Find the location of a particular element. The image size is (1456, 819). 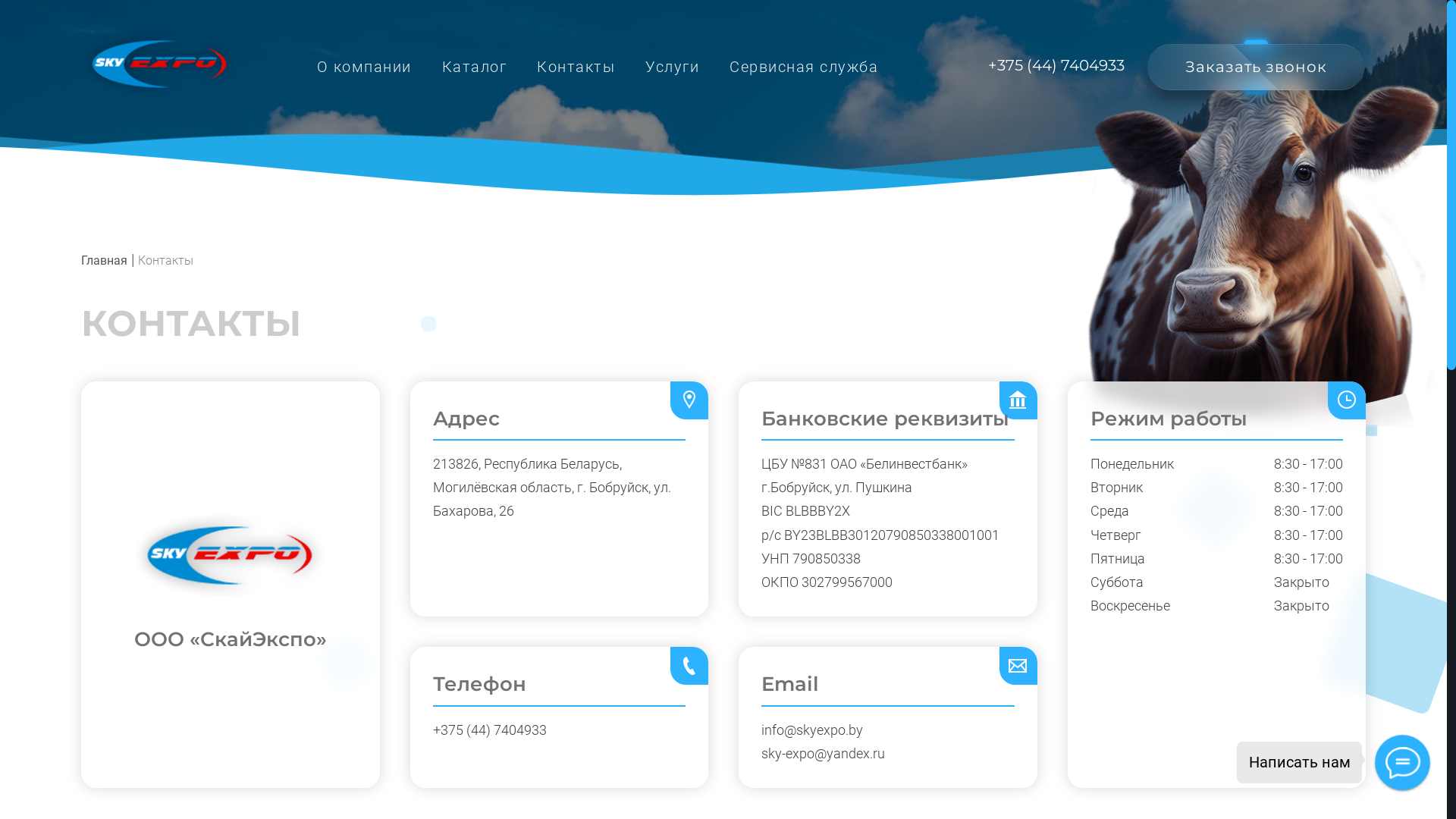

'+375 (44) 7404933' is located at coordinates (1055, 64).